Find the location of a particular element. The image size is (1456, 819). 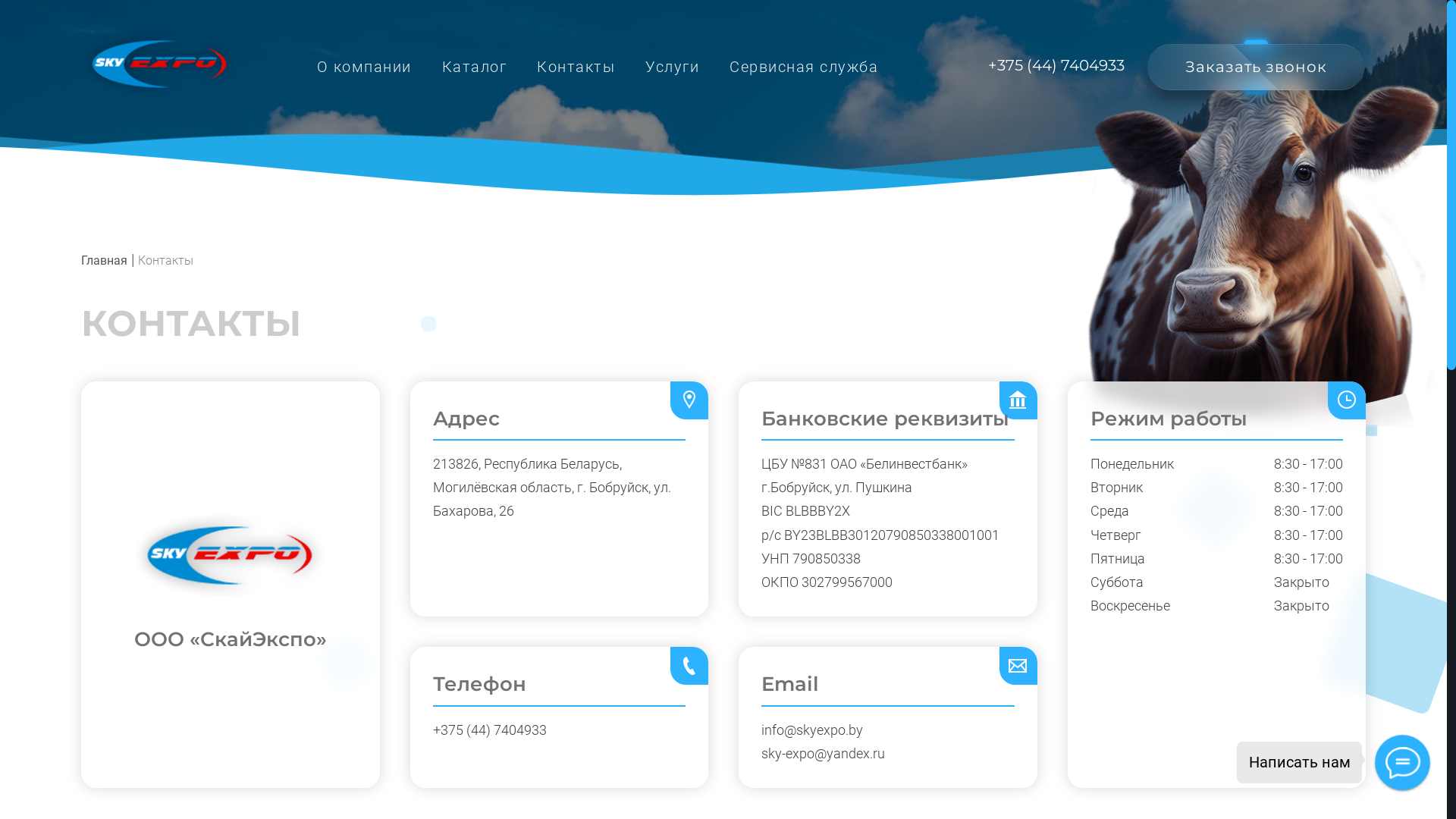

'+375 (44) 7404933' is located at coordinates (1055, 64).